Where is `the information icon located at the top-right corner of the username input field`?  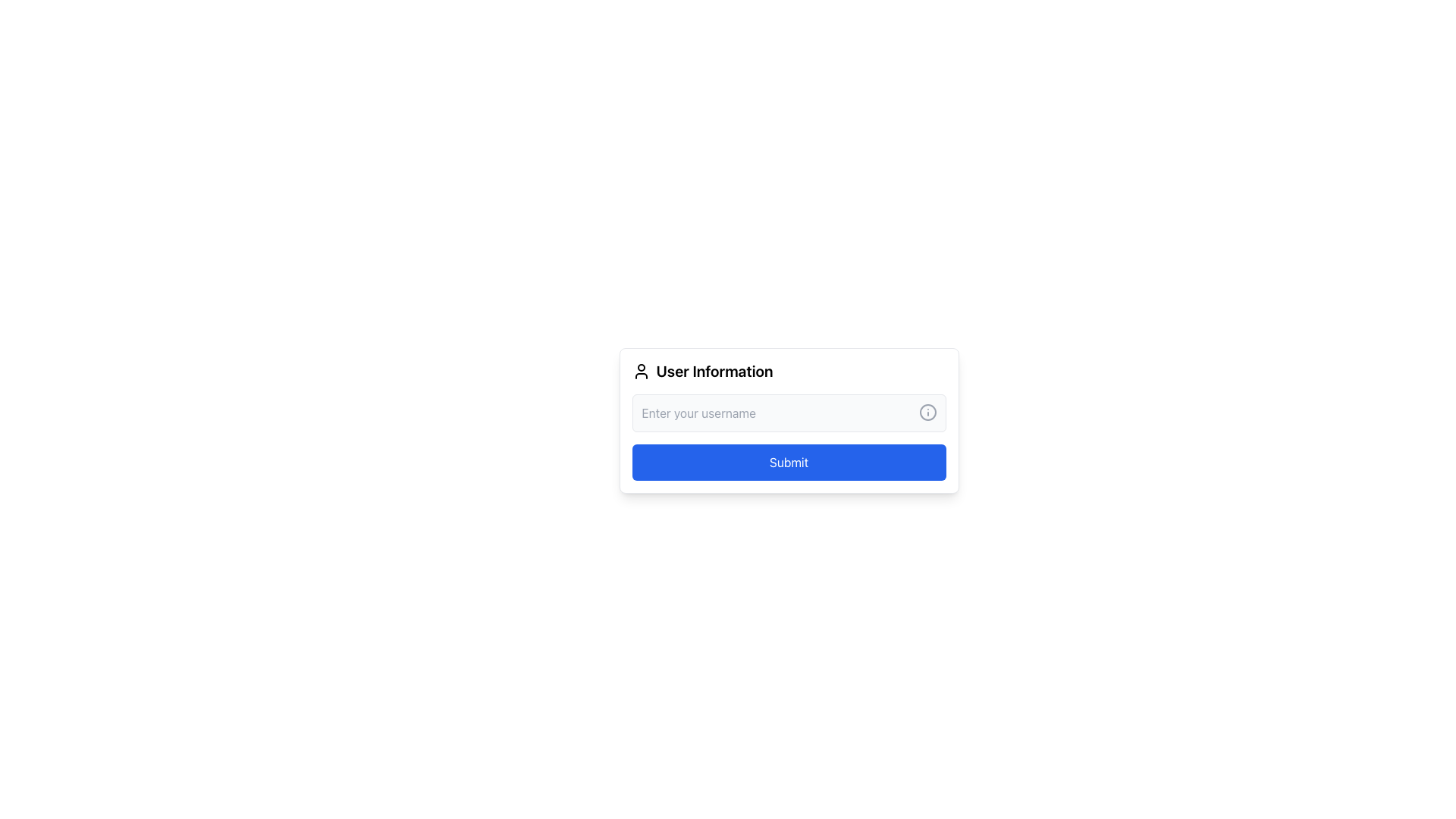
the information icon located at the top-right corner of the username input field is located at coordinates (927, 412).